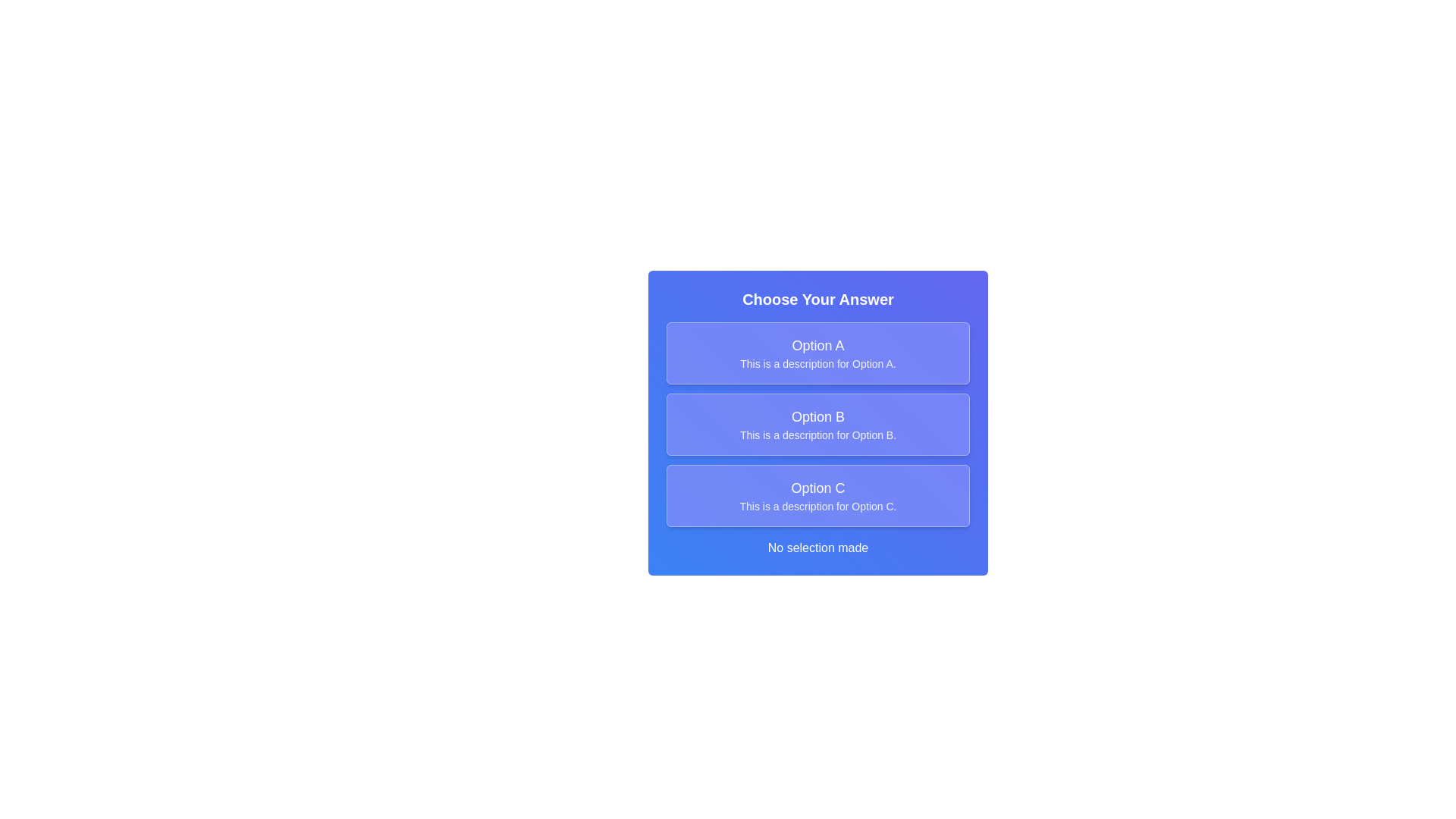 The width and height of the screenshot is (1456, 819). I want to click on the Interactive card option, so click(817, 423).